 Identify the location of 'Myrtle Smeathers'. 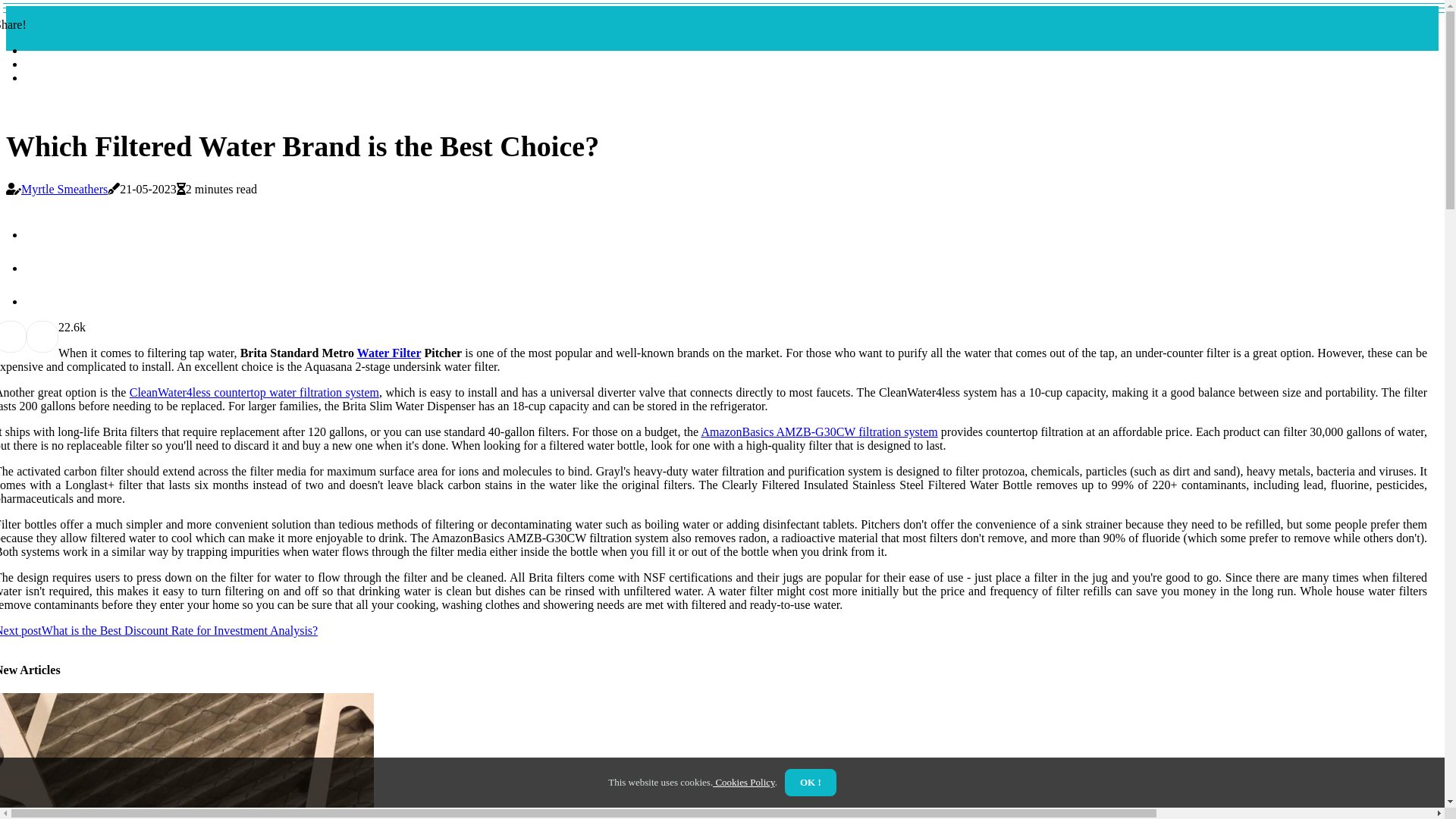
(64, 188).